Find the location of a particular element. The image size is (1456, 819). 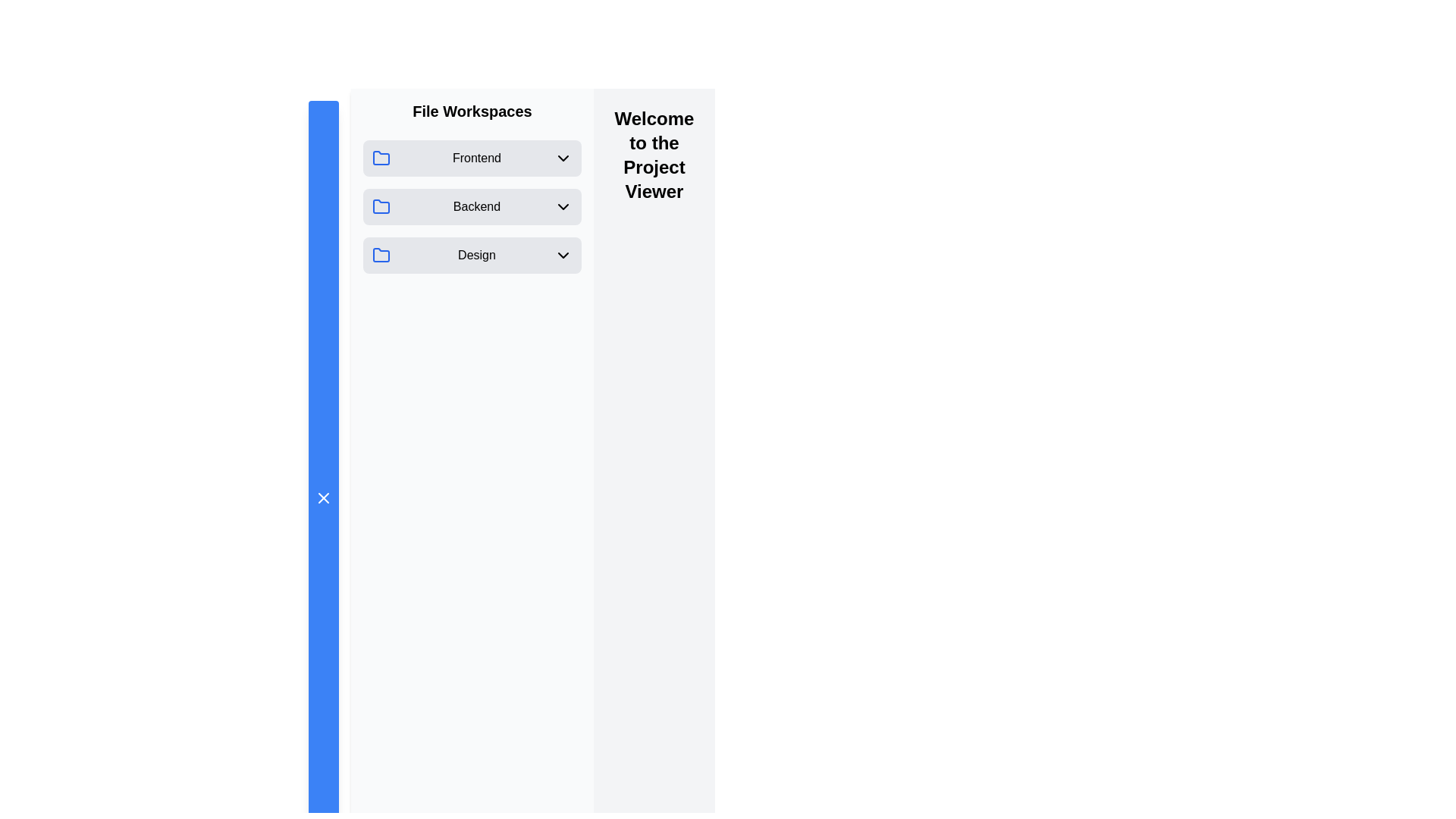

the blue folder icon located beside the 'Design' label in the 'File Workspaces' section is located at coordinates (381, 254).